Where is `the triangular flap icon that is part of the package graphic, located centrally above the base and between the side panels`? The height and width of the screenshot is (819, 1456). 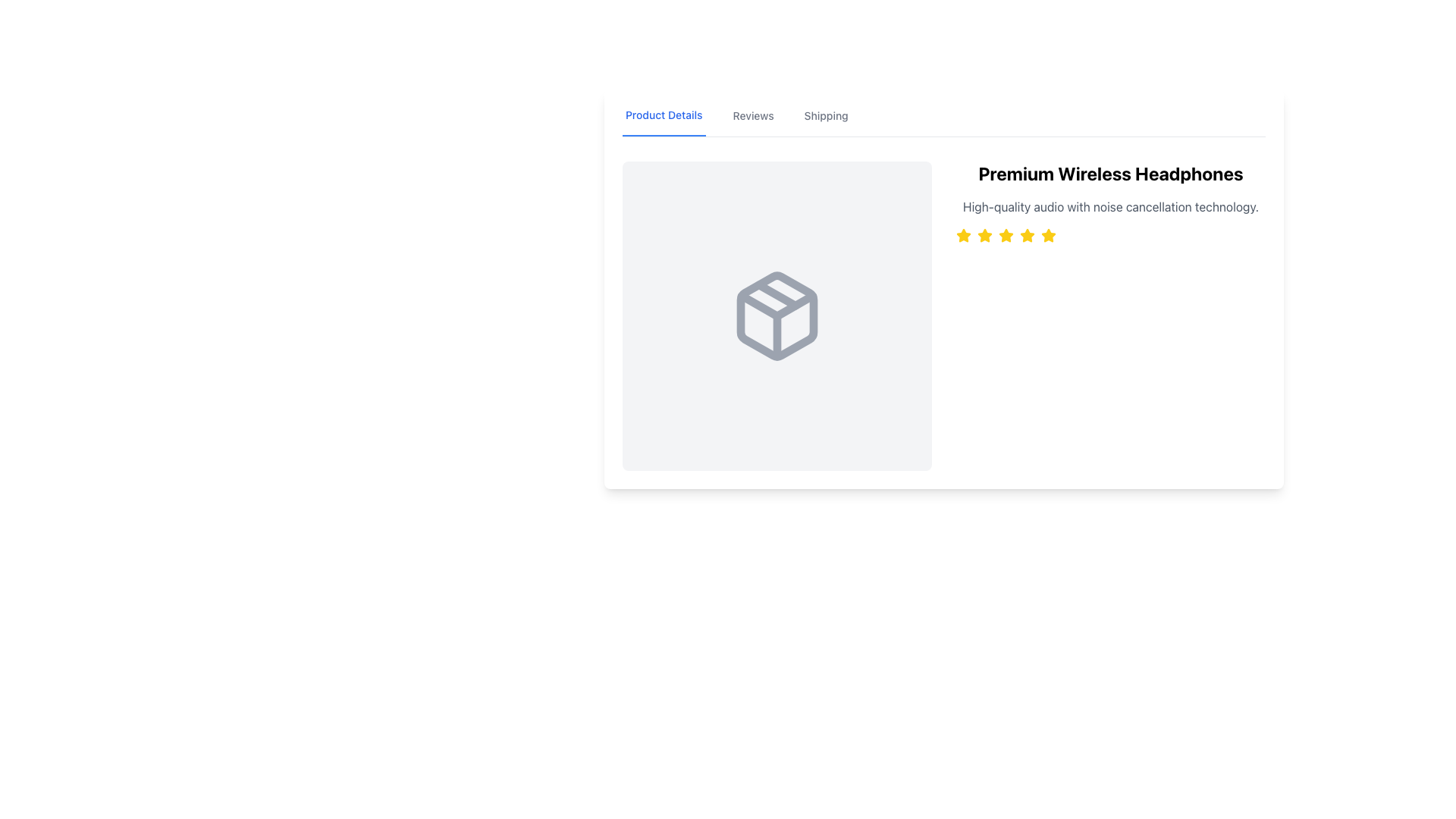 the triangular flap icon that is part of the package graphic, located centrally above the base and between the side panels is located at coordinates (777, 306).